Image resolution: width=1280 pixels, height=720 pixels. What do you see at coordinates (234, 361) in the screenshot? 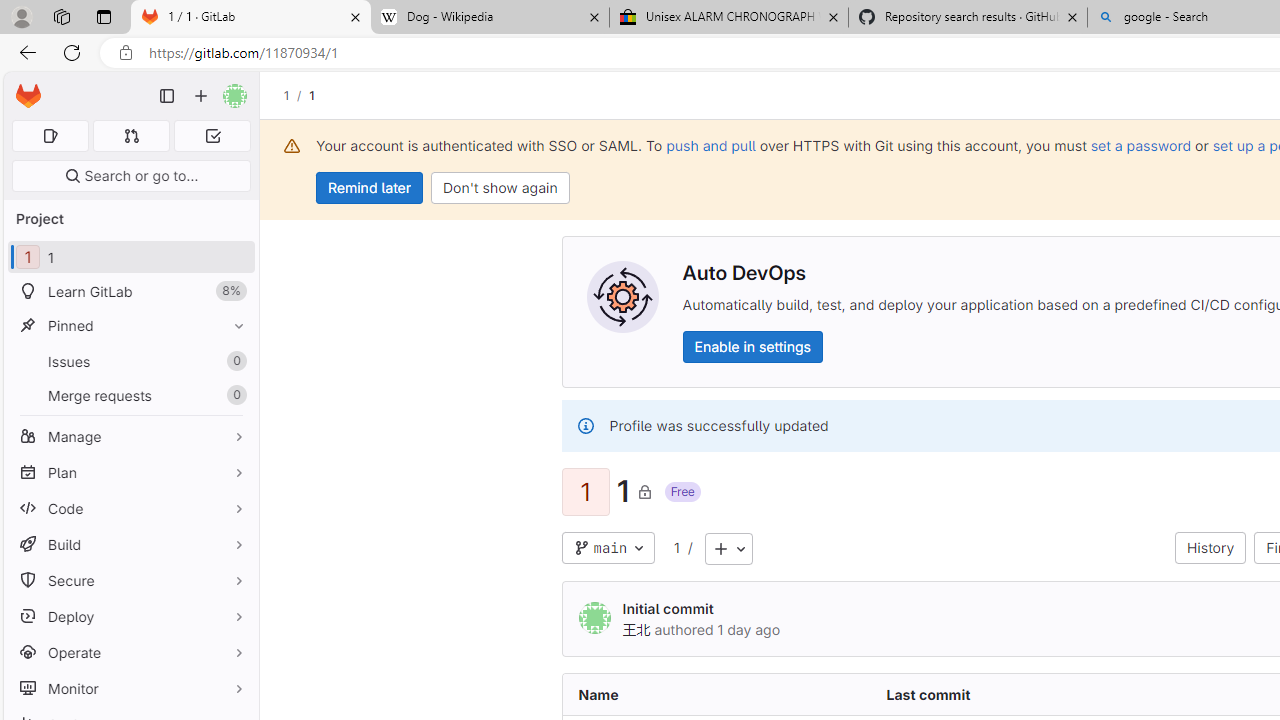
I see `'Unpin Issues'` at bounding box center [234, 361].